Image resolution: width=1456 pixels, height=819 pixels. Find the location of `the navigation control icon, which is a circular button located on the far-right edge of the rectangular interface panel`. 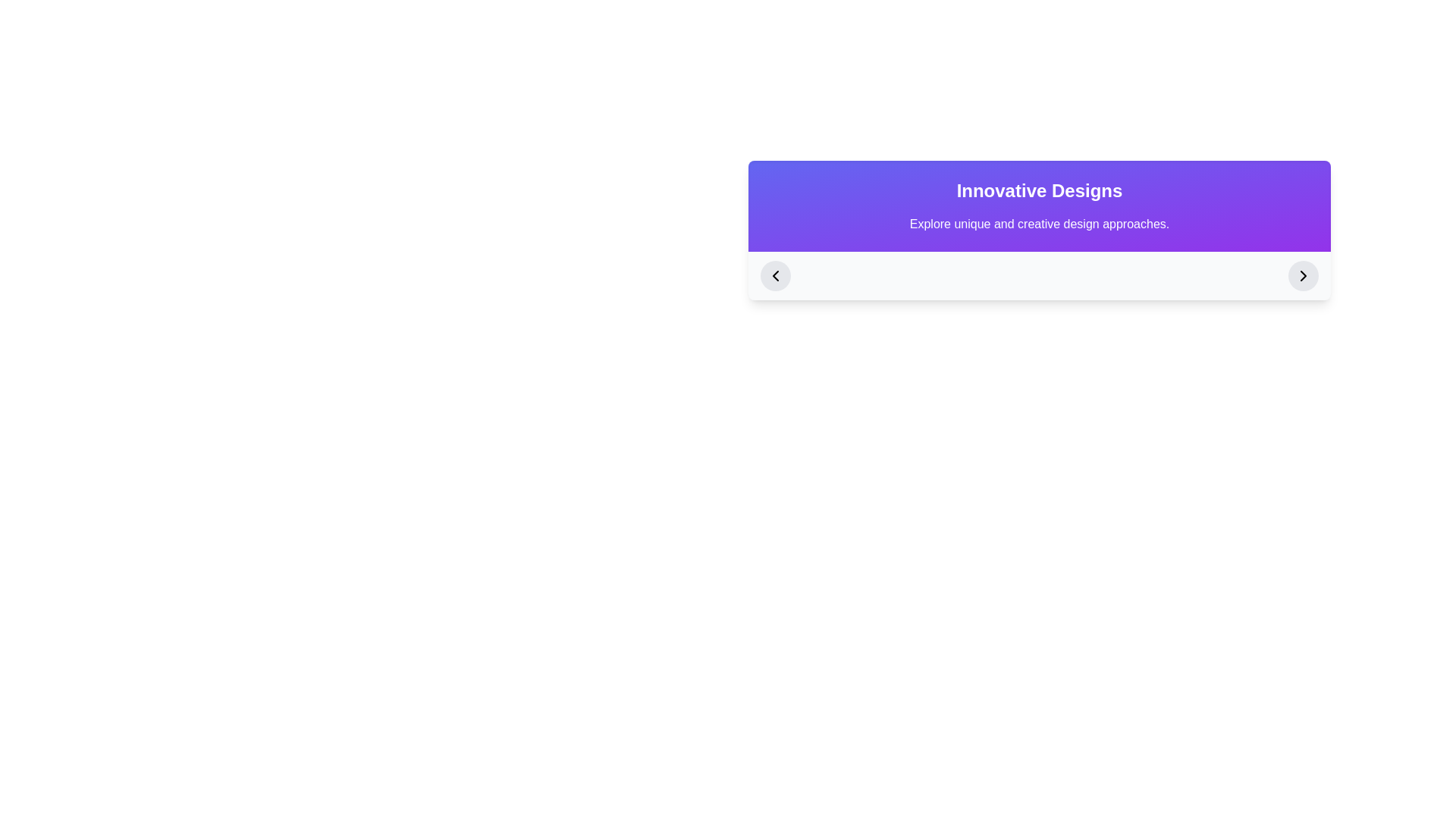

the navigation control icon, which is a circular button located on the far-right edge of the rectangular interface panel is located at coordinates (1302, 275).